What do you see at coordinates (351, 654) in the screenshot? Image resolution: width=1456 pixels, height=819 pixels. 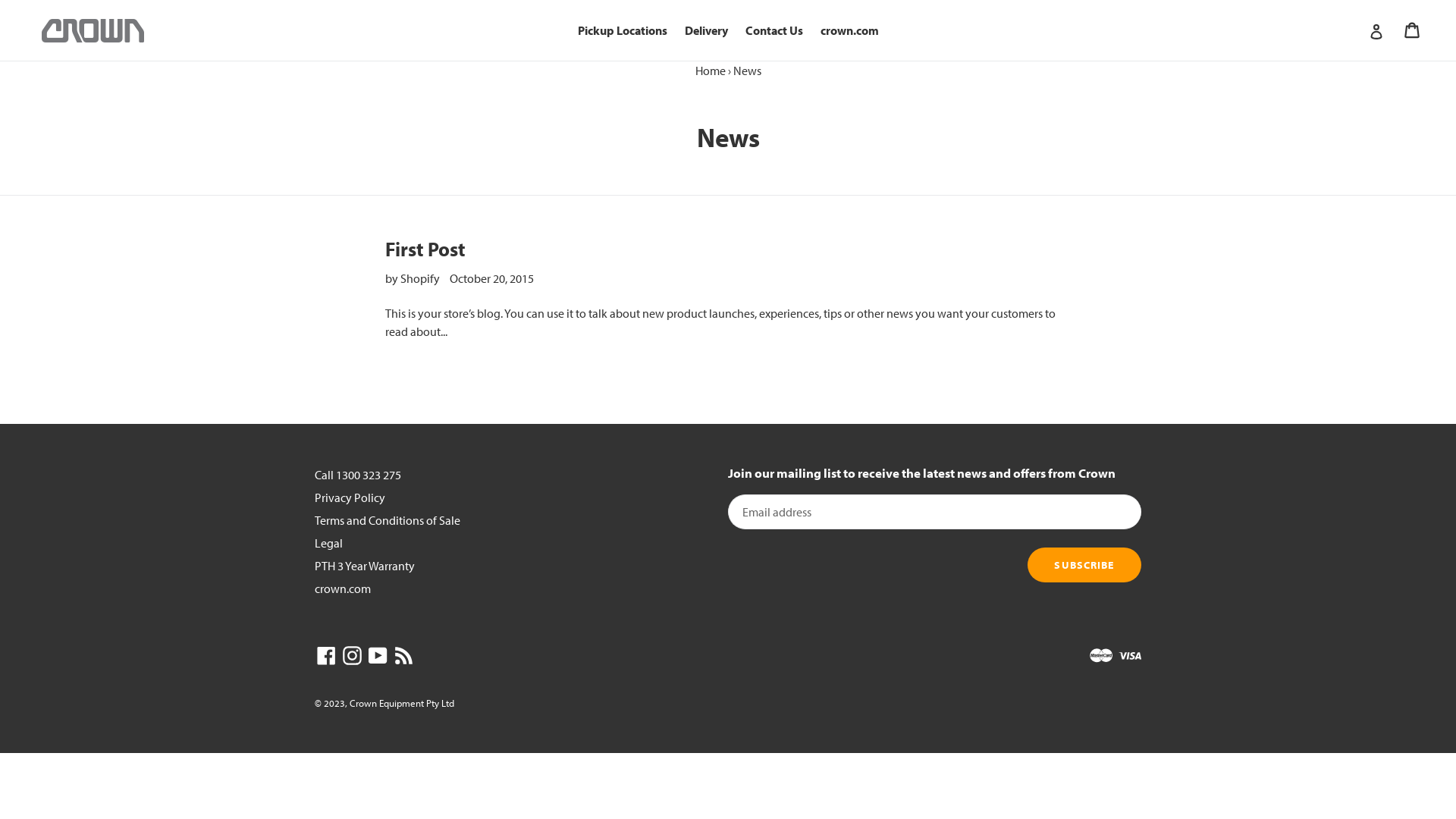 I see `'Instagram'` at bounding box center [351, 654].